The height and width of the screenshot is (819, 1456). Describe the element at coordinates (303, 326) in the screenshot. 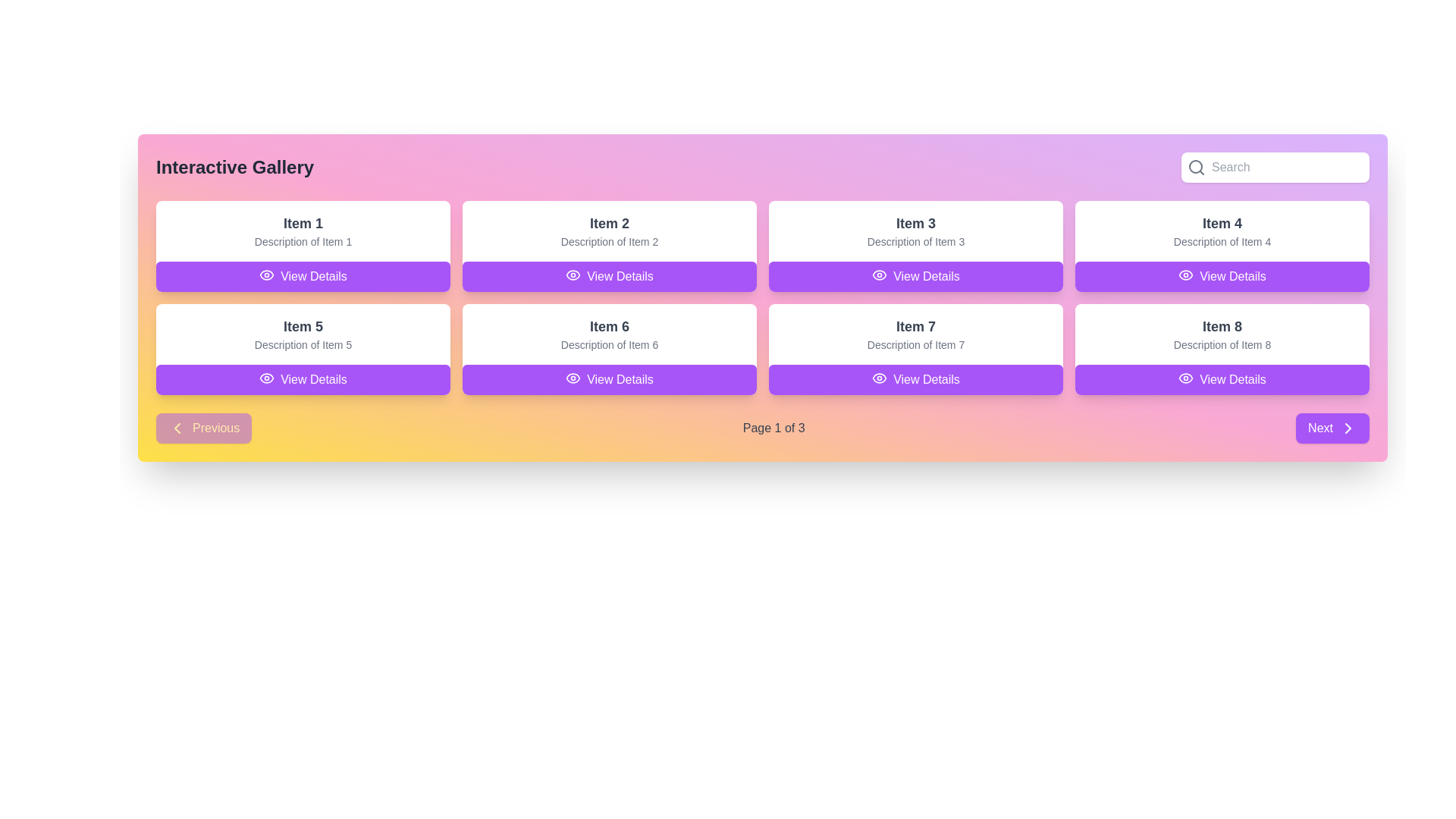

I see `the Text label that serves as the title for the card, located in the first column of the second row in the grid layout` at that location.